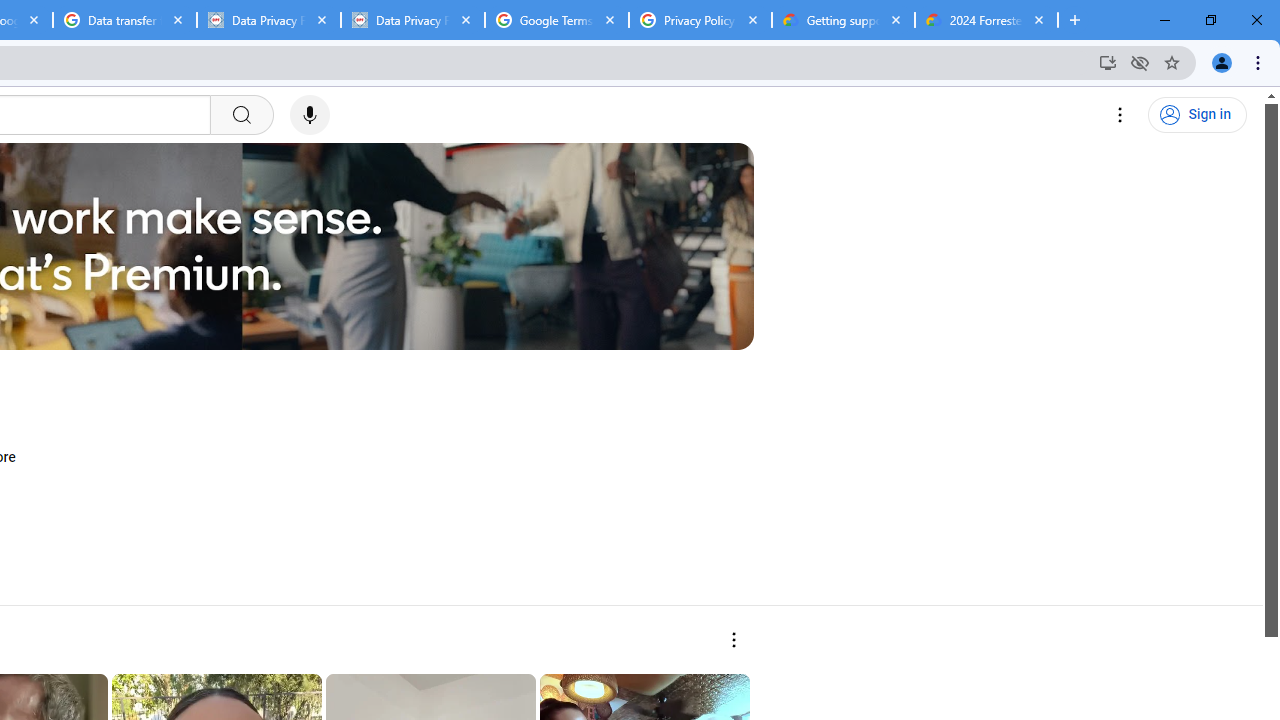  What do you see at coordinates (1171, 61) in the screenshot?
I see `'Bookmark this tab'` at bounding box center [1171, 61].